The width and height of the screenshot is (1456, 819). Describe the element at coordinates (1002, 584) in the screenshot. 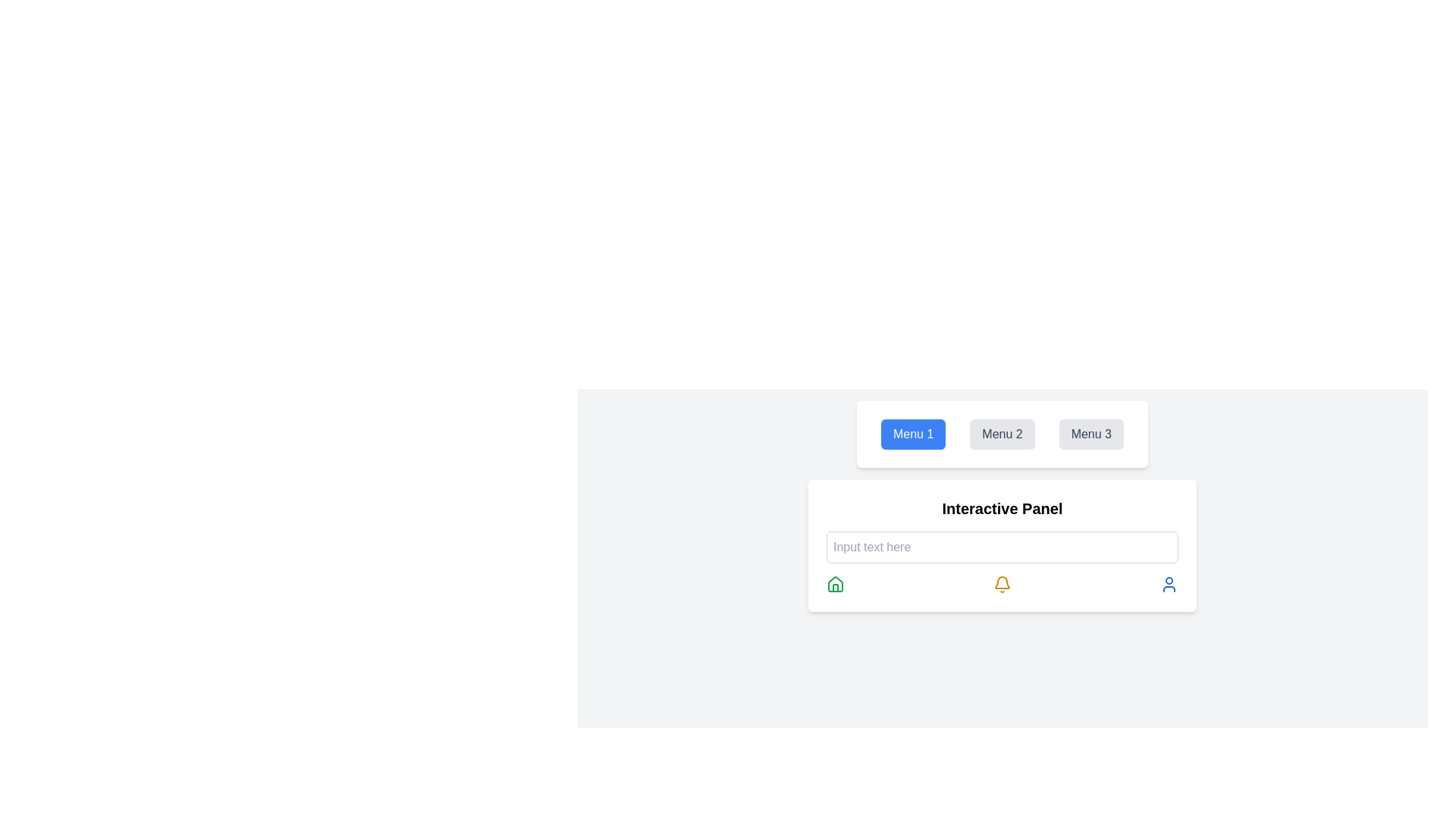

I see `the notification indicator icon` at that location.